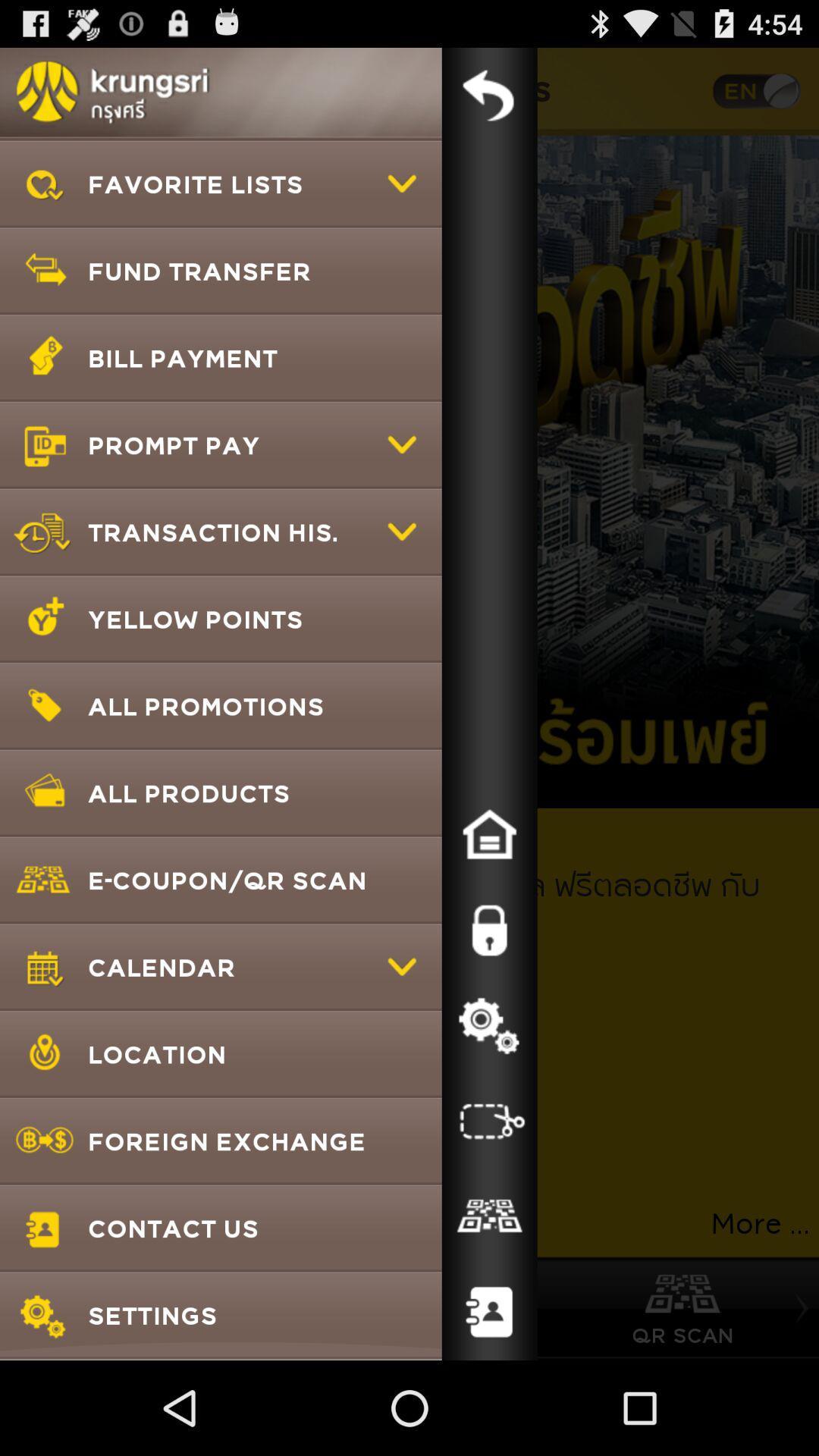 The image size is (819, 1456). I want to click on the app next to e coupon qr icon, so click(489, 930).